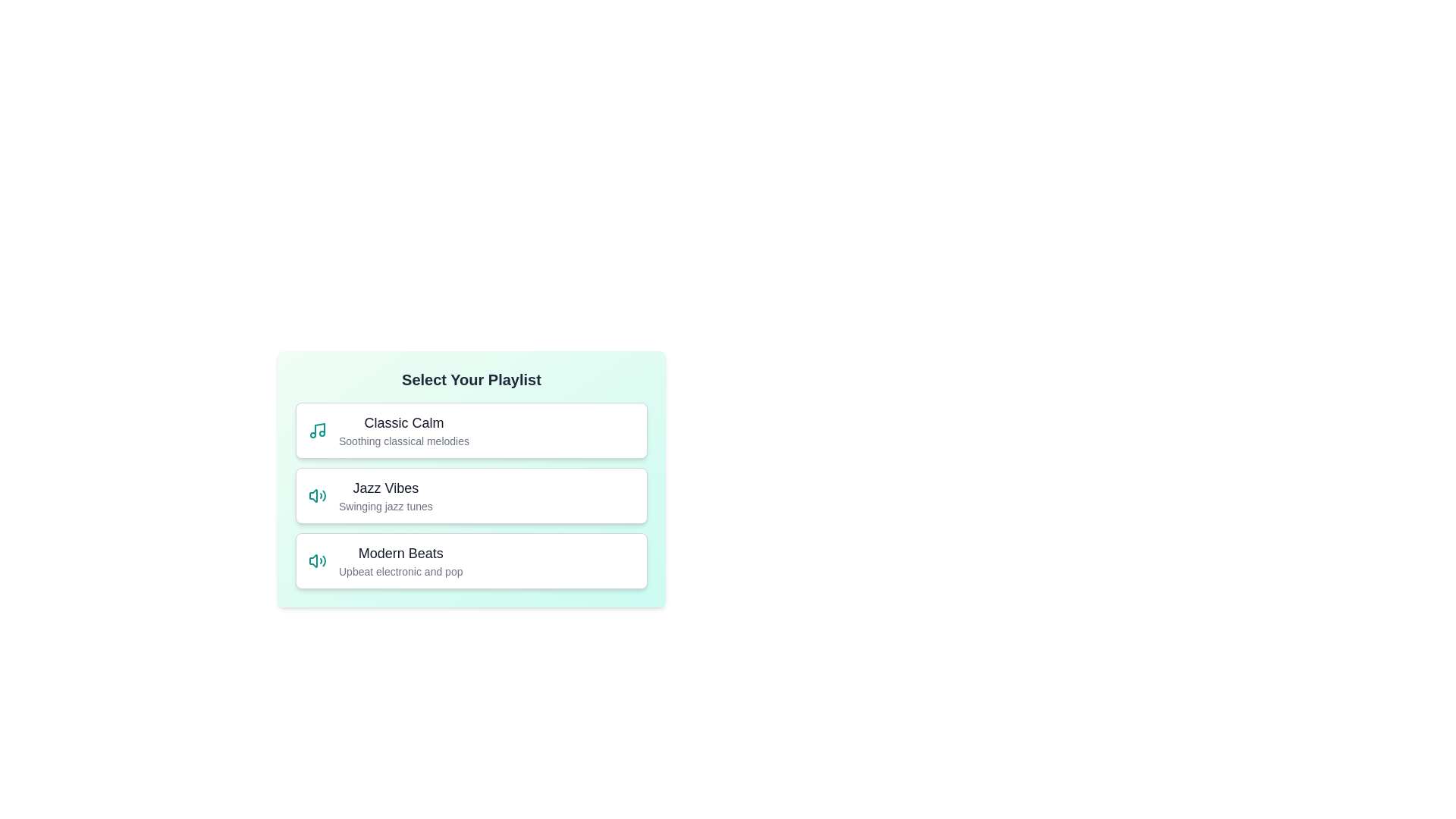 The image size is (1456, 819). Describe the element at coordinates (601, 499) in the screenshot. I see `the 'Jazz Vibes' selectable card in the playlist selection modal` at that location.